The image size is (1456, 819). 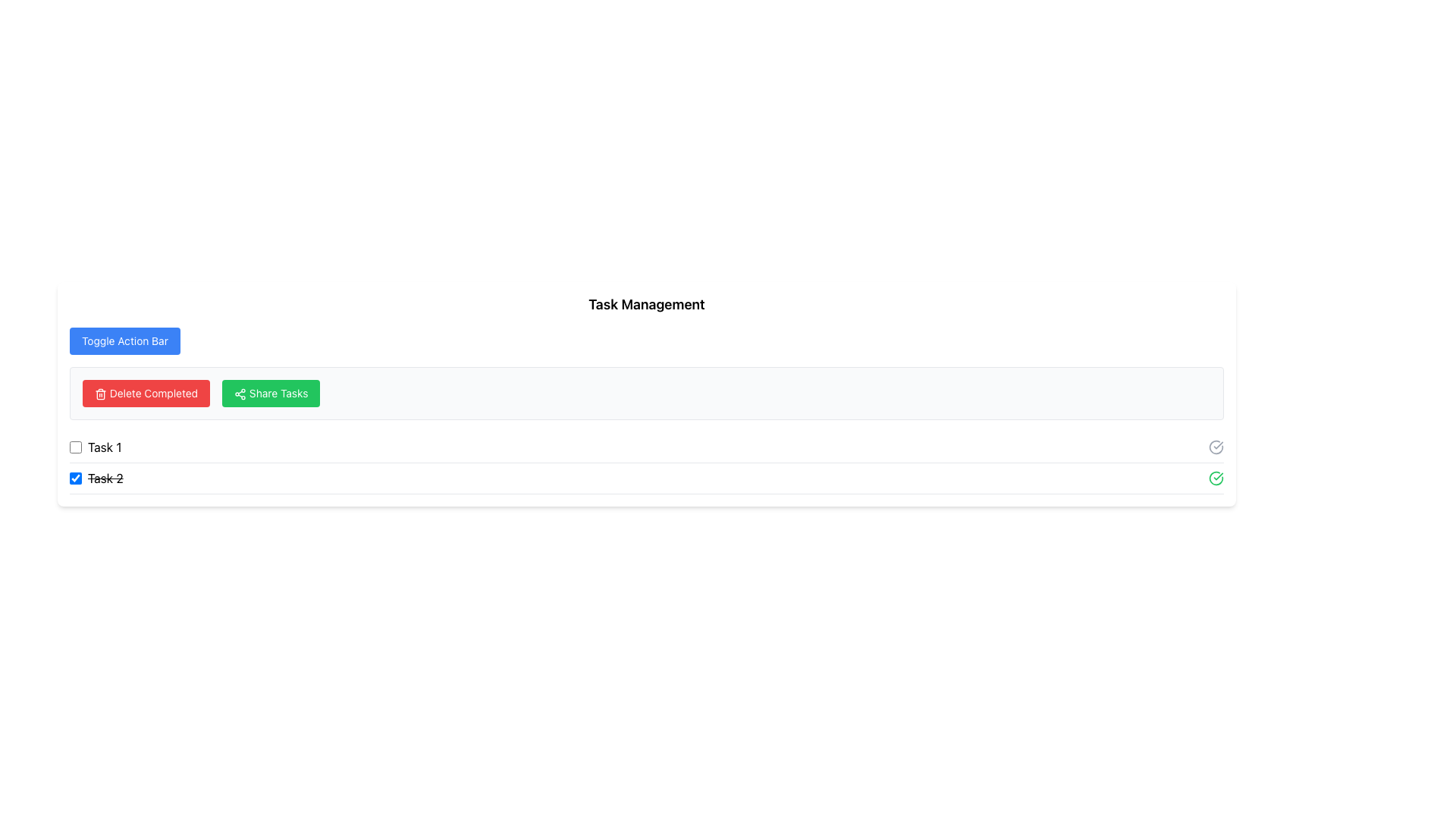 What do you see at coordinates (104, 447) in the screenshot?
I see `text of the Text Label that contains 'Task 1', which is styled as plain text and is located to the immediate right of the checkbox element` at bounding box center [104, 447].